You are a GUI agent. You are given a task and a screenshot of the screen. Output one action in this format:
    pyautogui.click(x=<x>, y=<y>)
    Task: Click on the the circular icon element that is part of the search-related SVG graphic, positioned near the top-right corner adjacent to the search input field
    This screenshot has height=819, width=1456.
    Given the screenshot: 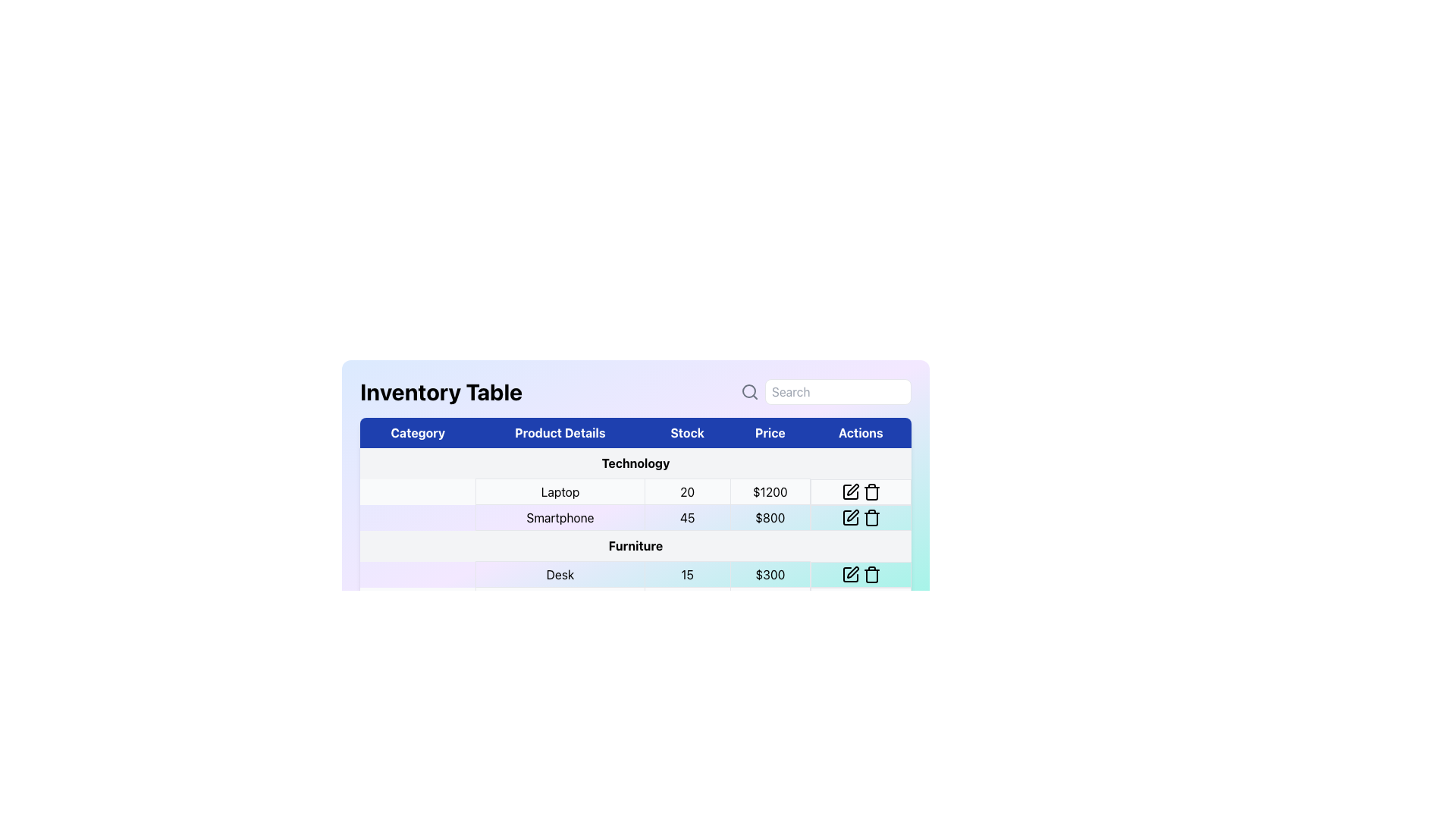 What is the action you would take?
    pyautogui.click(x=749, y=391)
    